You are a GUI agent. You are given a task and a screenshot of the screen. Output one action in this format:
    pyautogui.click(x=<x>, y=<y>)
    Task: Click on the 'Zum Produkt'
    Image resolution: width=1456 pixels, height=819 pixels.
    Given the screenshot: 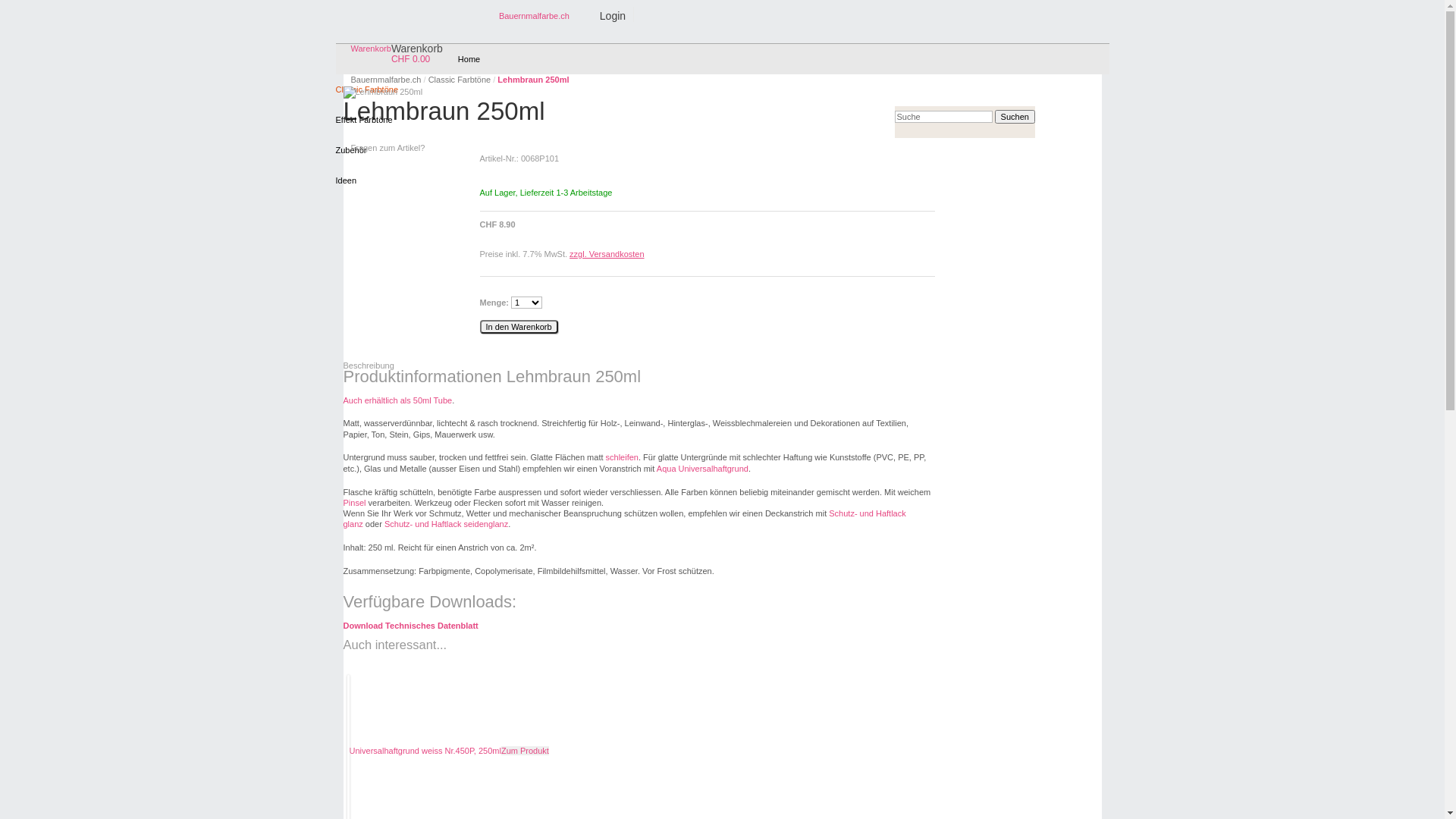 What is the action you would take?
    pyautogui.click(x=501, y=751)
    